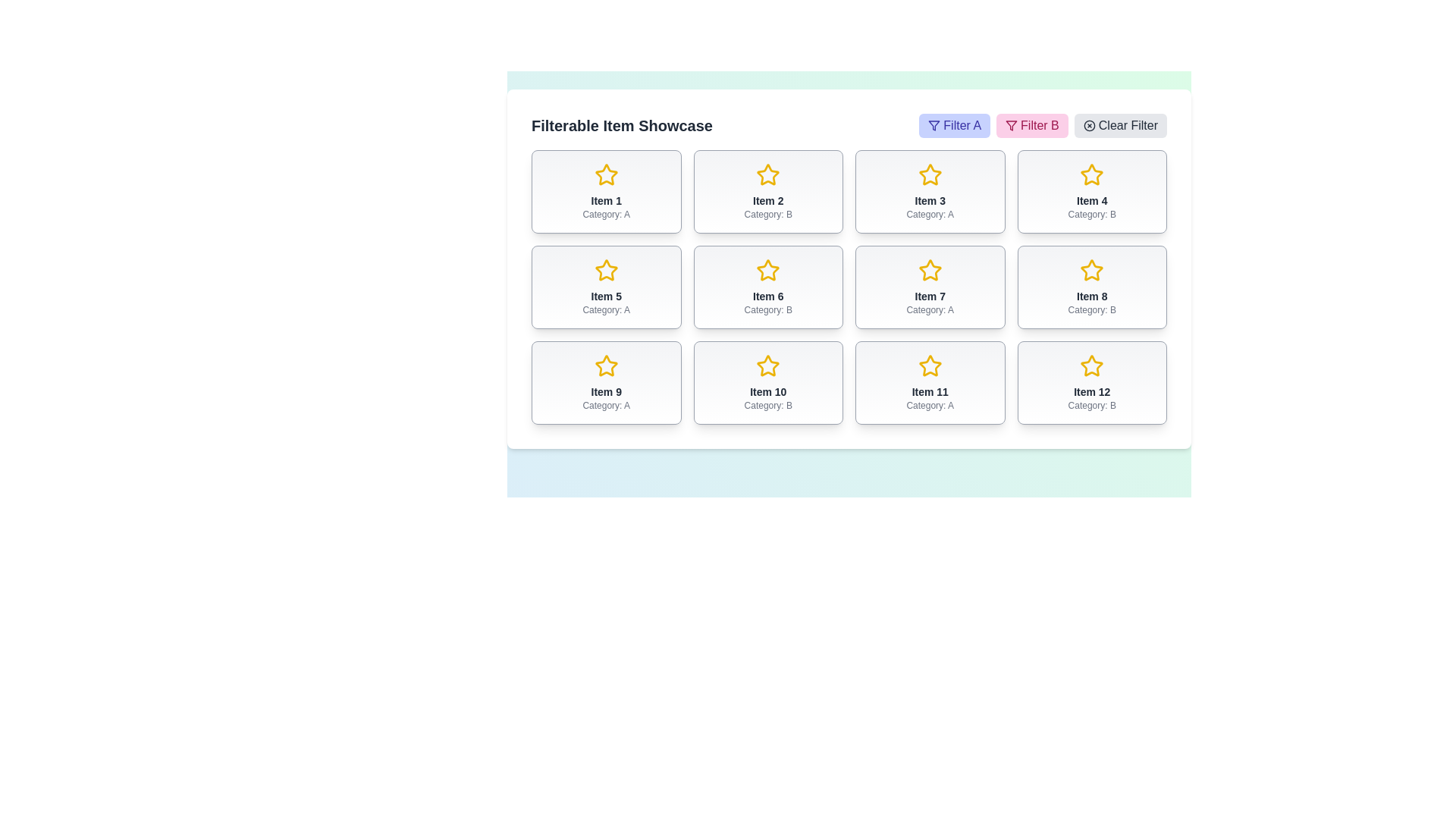 This screenshot has width=1456, height=819. What do you see at coordinates (605, 191) in the screenshot?
I see `the first card in the layout grid, which features a yellow star icon and the text 'Item 1' and 'Category: A'` at bounding box center [605, 191].